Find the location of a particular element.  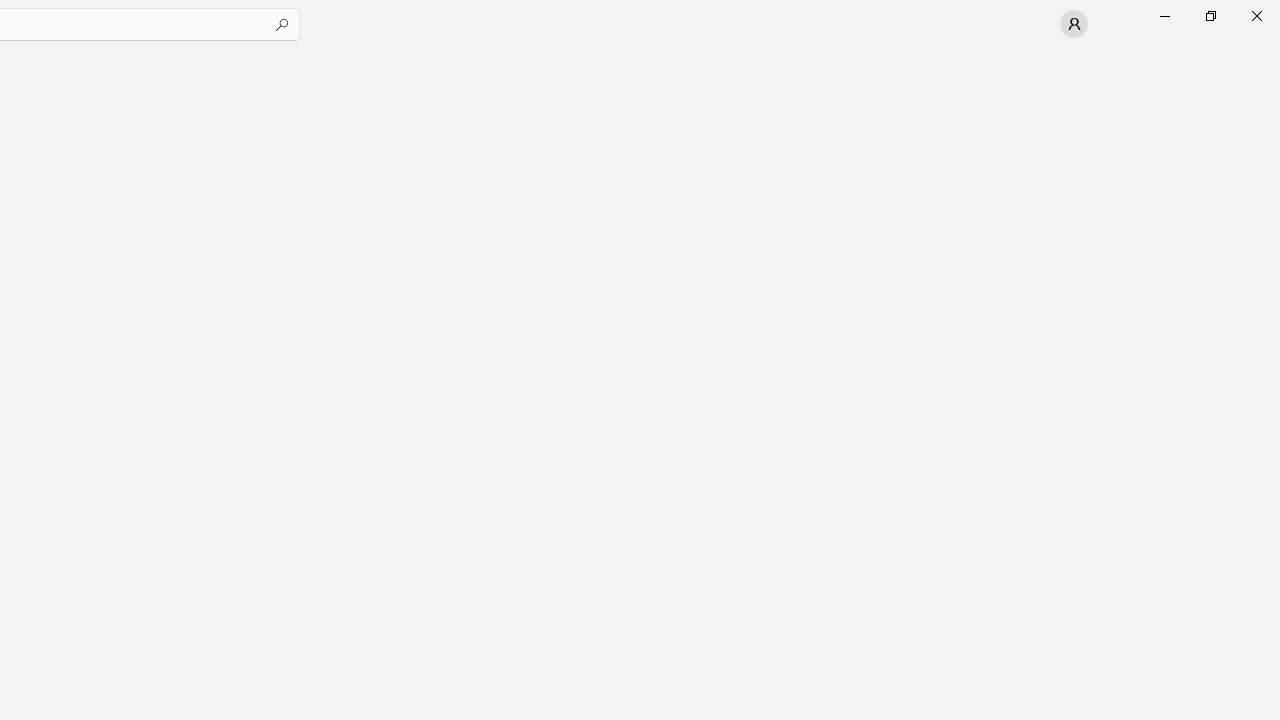

'Minimize Microsoft Store' is located at coordinates (1164, 15).